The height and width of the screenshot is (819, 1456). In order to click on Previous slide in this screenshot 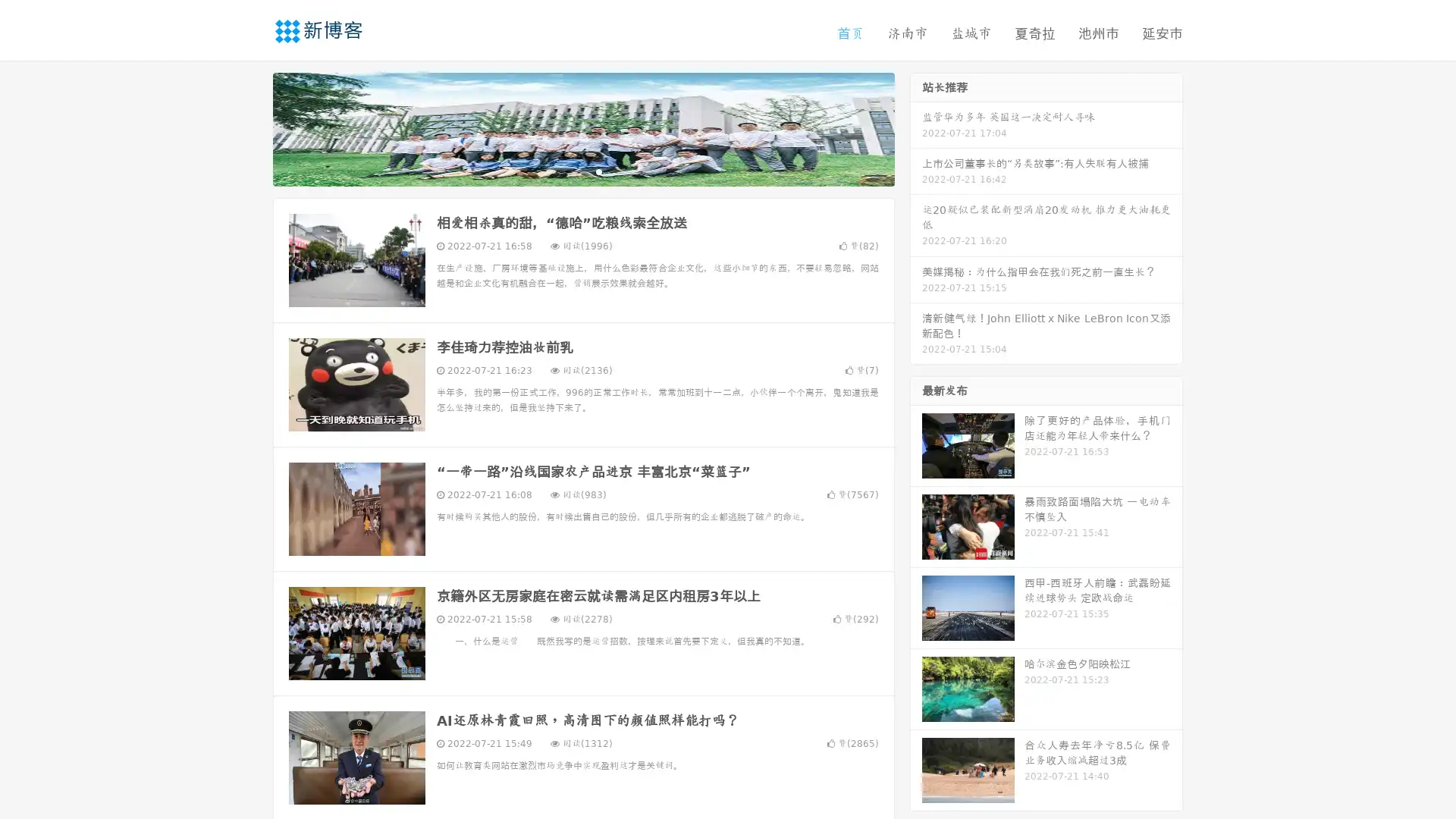, I will do `click(250, 127)`.